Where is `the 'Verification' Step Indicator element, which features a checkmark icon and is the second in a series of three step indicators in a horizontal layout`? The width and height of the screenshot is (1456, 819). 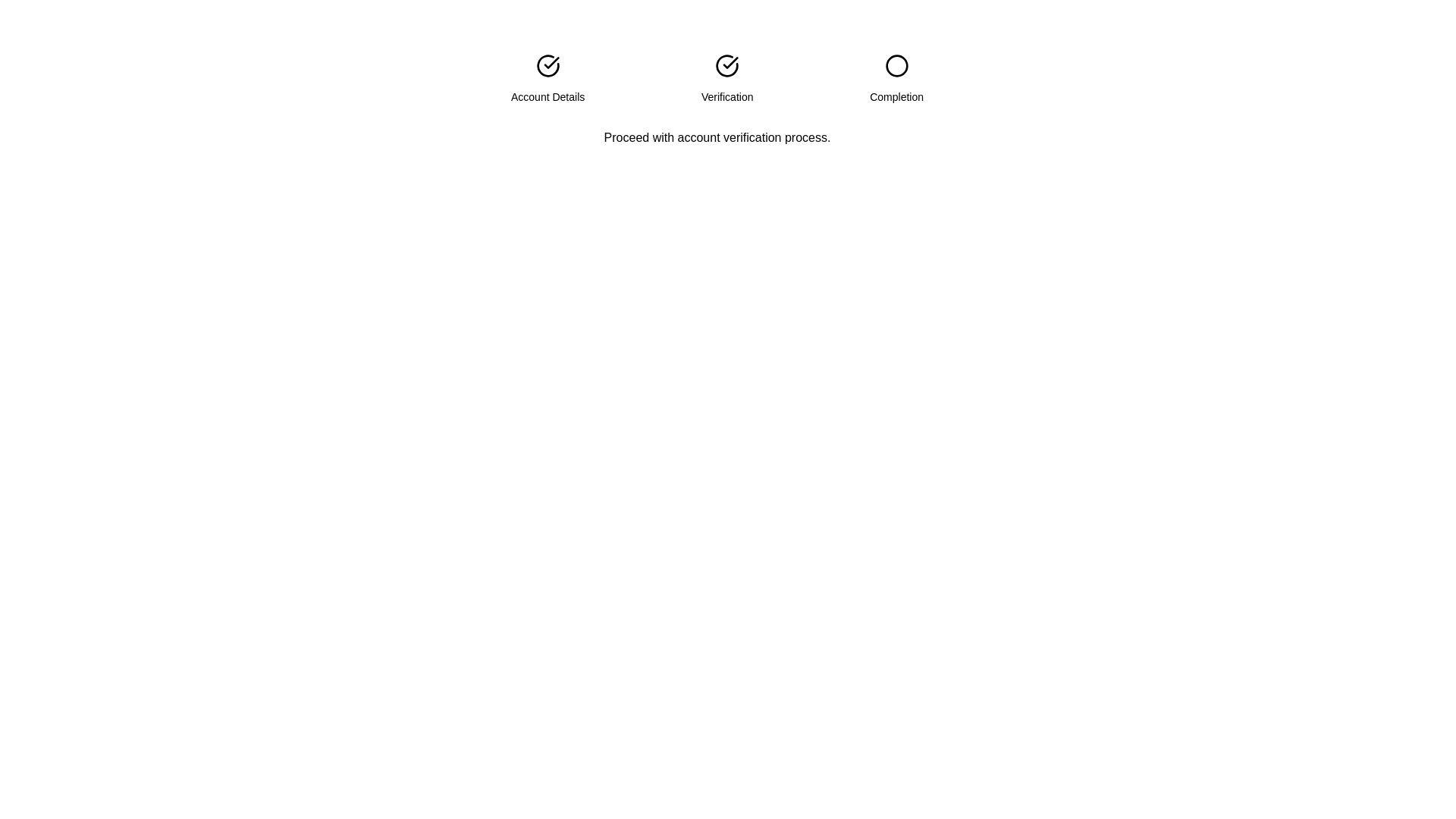 the 'Verification' Step Indicator element, which features a checkmark icon and is the second in a series of three step indicators in a horizontal layout is located at coordinates (726, 79).